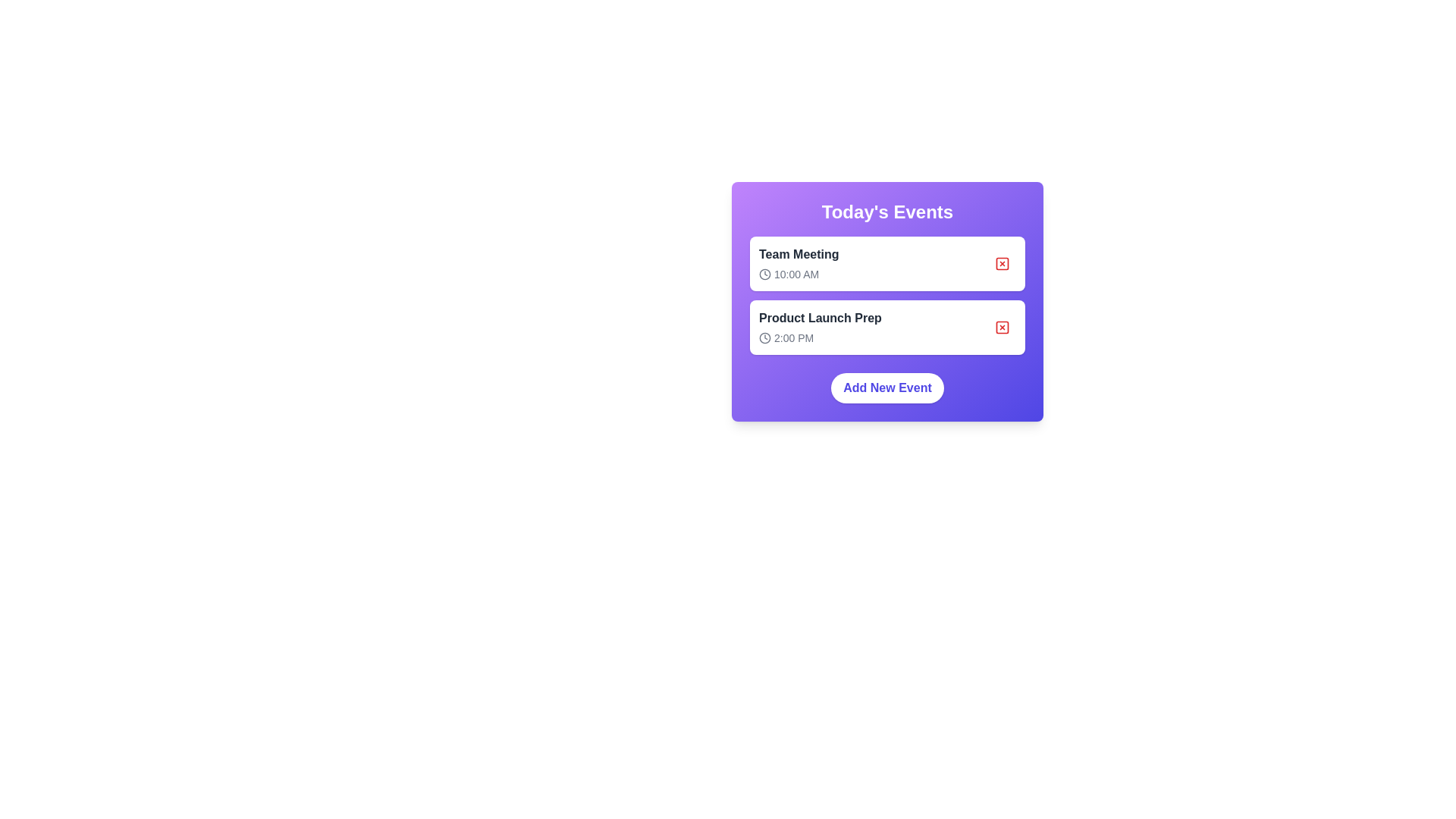 The height and width of the screenshot is (819, 1456). I want to click on the delete button for the event 'Product Launch Prep' at '2:00 PM', which is the second action button positioned to the far right of the card, so click(1002, 327).